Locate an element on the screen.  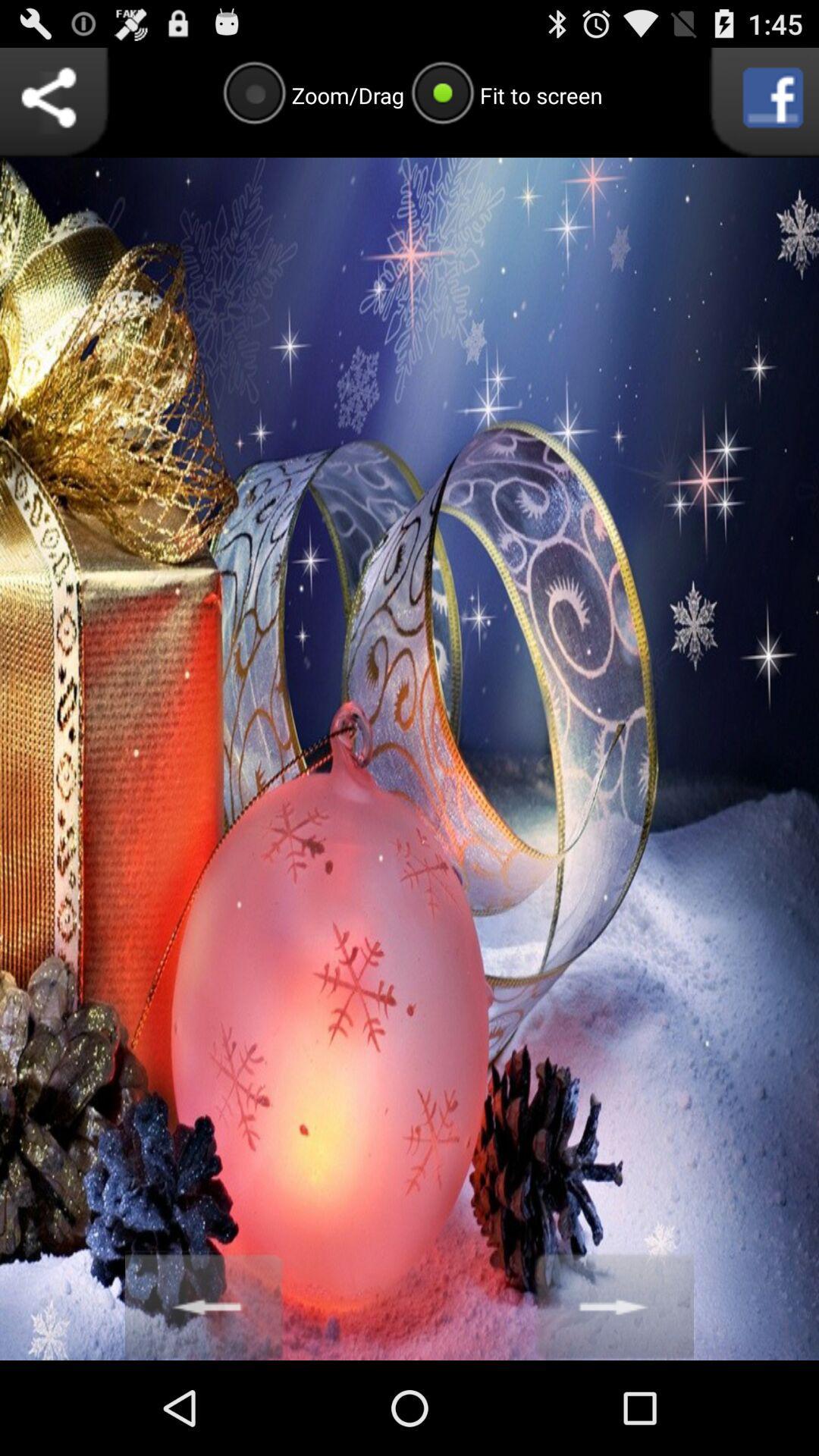
go back is located at coordinates (205, 1304).